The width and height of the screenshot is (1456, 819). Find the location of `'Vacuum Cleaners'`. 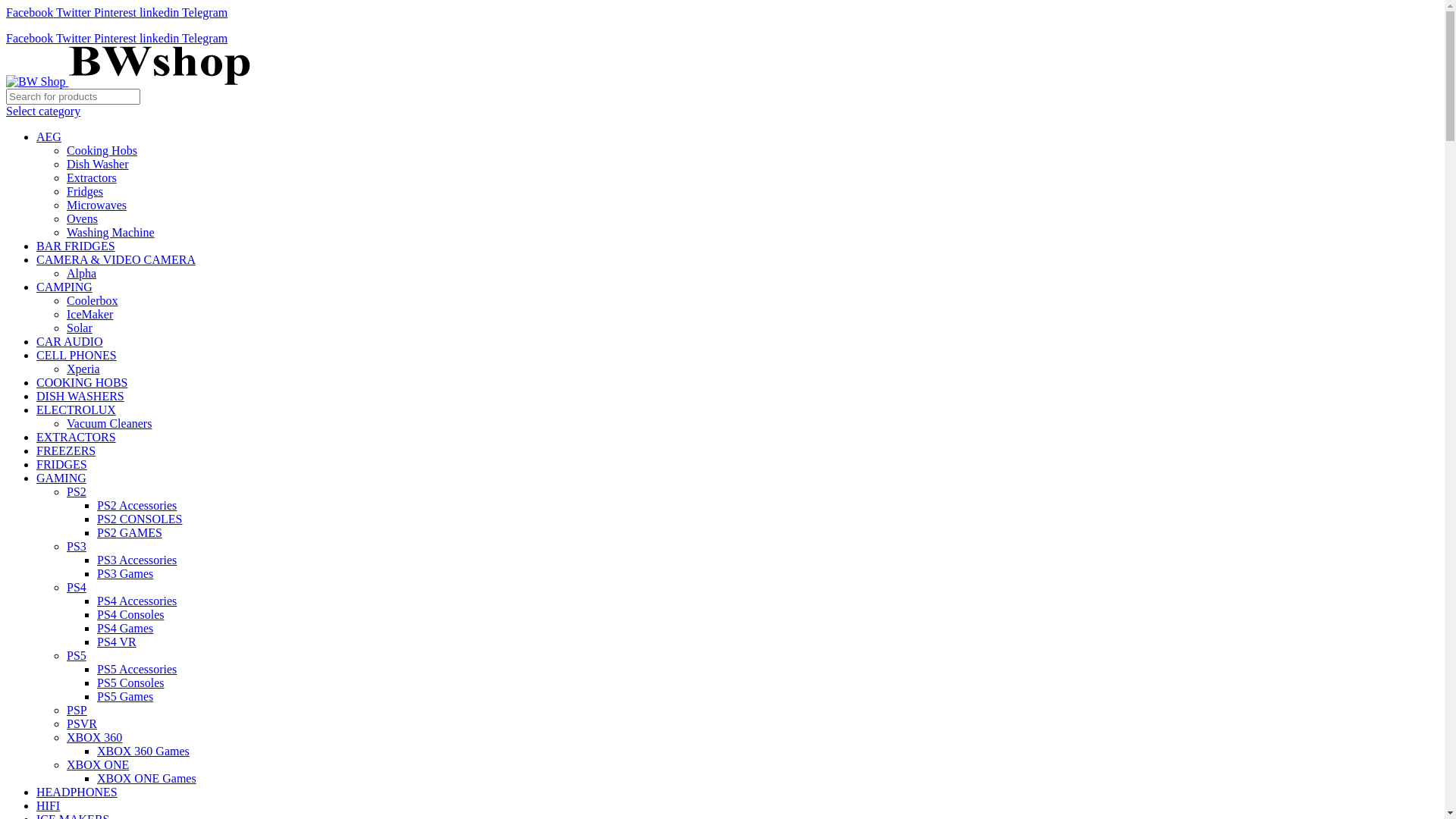

'Vacuum Cleaners' is located at coordinates (65, 423).